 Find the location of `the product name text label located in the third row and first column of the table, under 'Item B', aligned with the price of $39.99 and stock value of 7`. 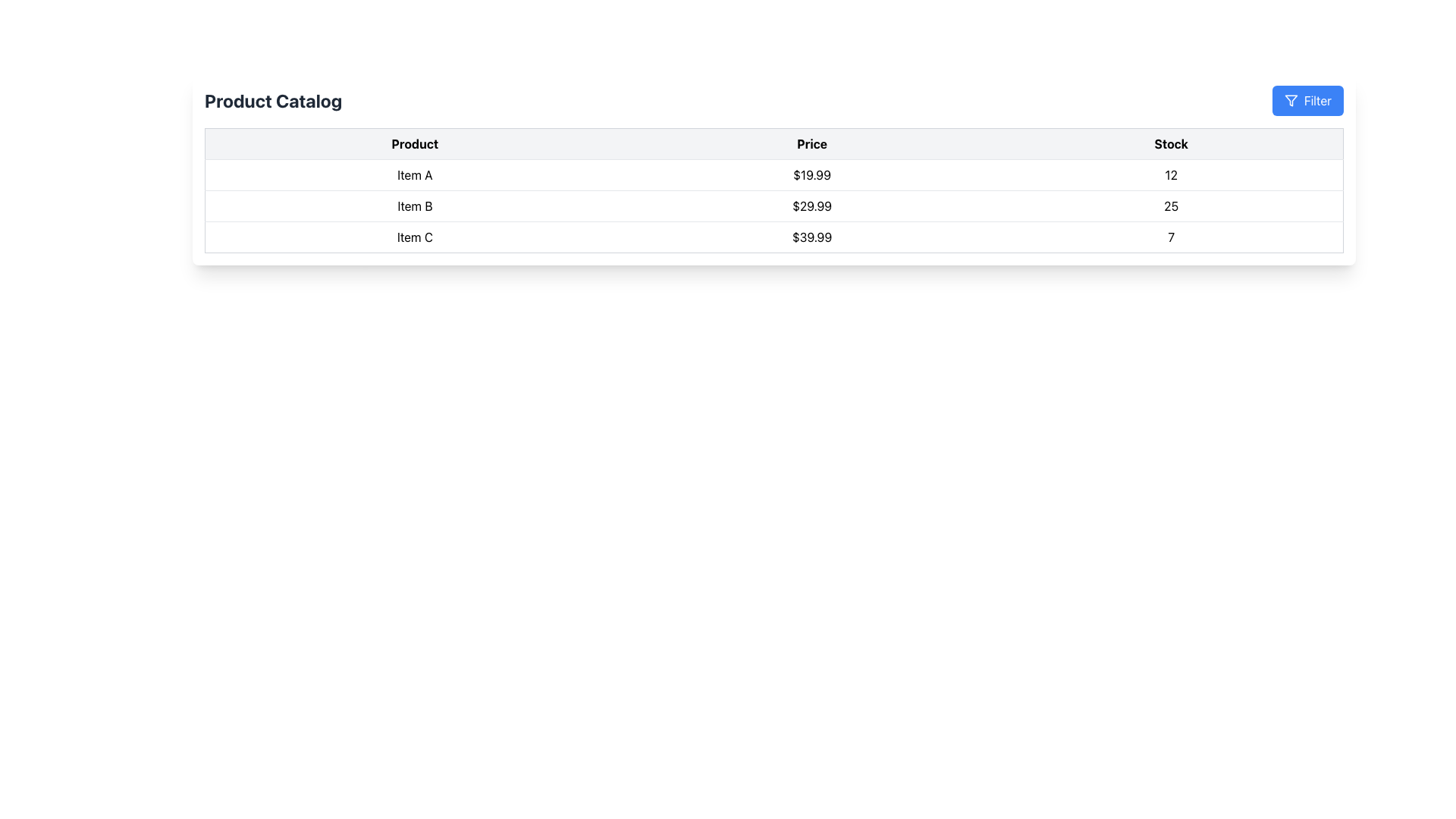

the product name text label located in the third row and first column of the table, under 'Item B', aligned with the price of $39.99 and stock value of 7 is located at coordinates (415, 237).